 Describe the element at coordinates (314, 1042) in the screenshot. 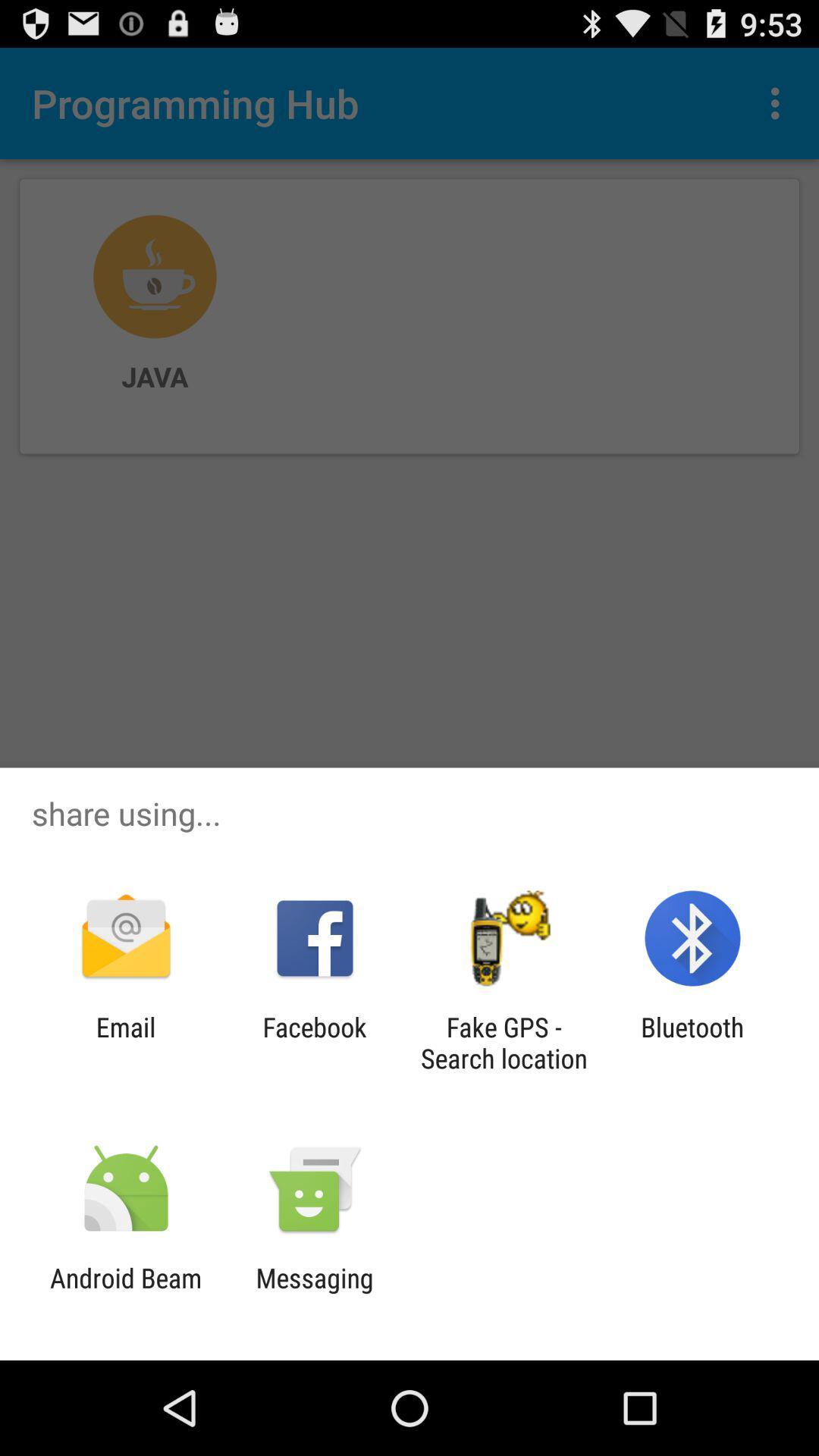

I see `app to the left of the fake gps search icon` at that location.